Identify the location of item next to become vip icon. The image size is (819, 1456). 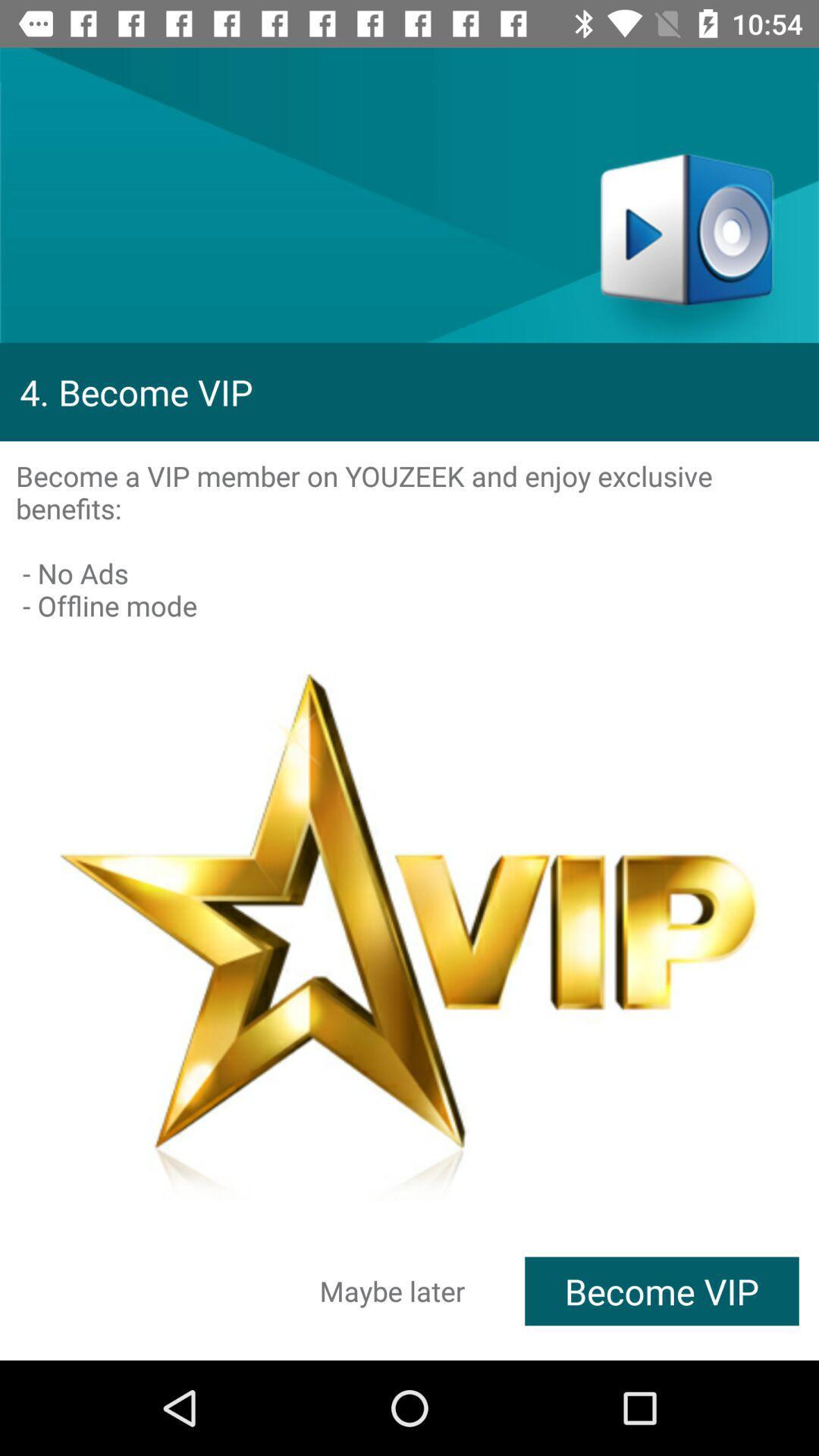
(391, 1290).